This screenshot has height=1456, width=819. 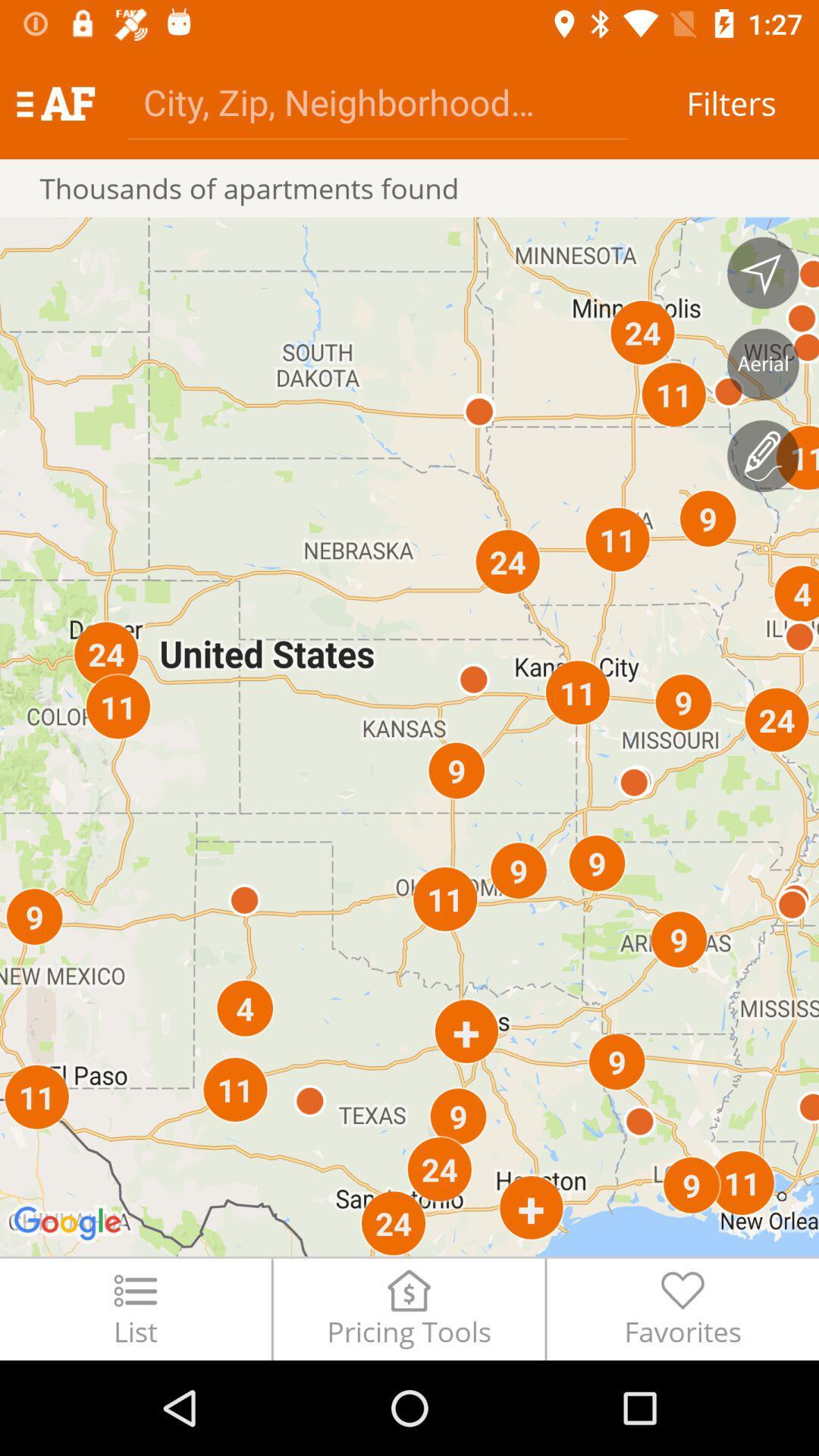 I want to click on icon next to list item, so click(x=408, y=1308).